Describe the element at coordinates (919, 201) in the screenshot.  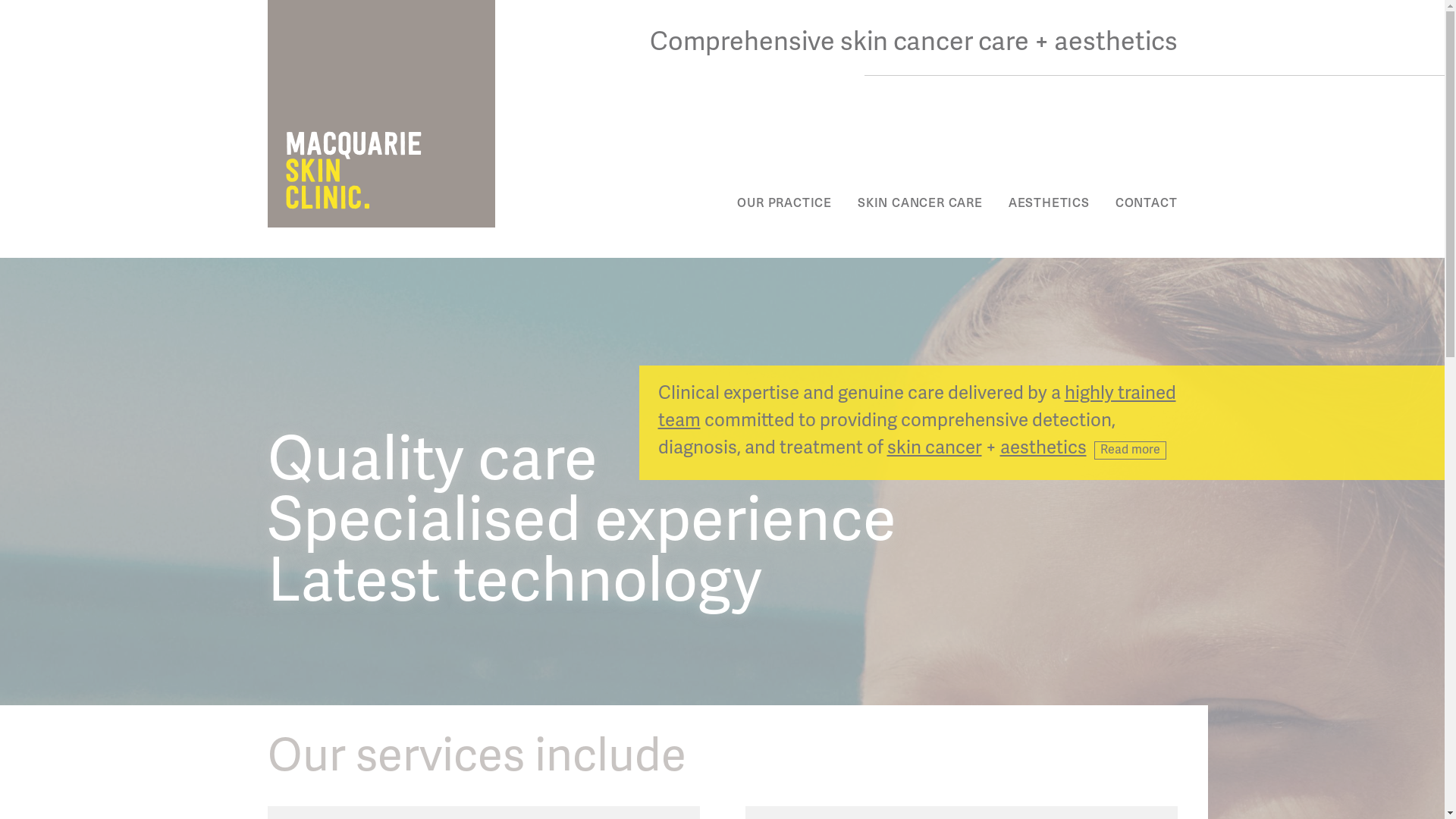
I see `'SKIN CANCER CARE'` at that location.